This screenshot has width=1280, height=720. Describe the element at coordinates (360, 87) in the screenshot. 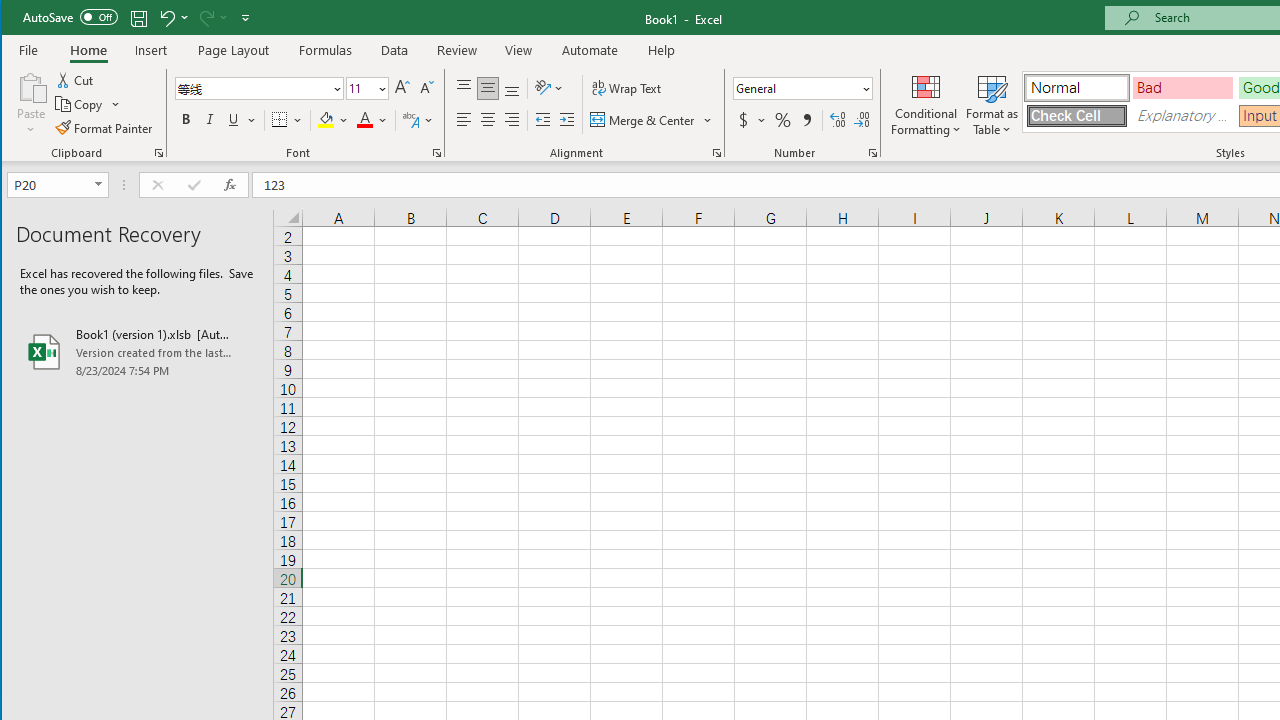

I see `'Font Size'` at that location.